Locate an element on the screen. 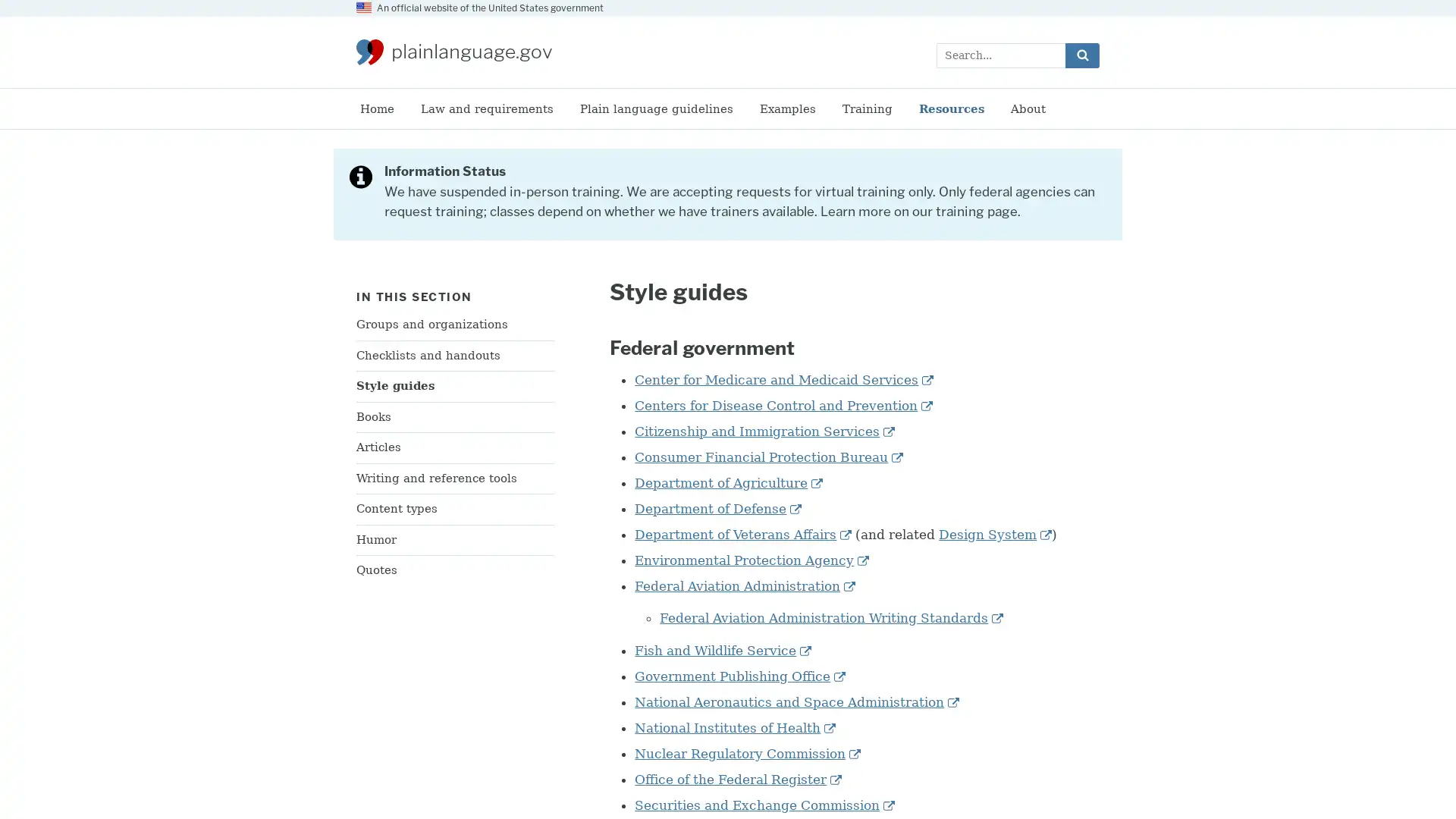 This screenshot has height=819, width=1456. Search is located at coordinates (1081, 54).